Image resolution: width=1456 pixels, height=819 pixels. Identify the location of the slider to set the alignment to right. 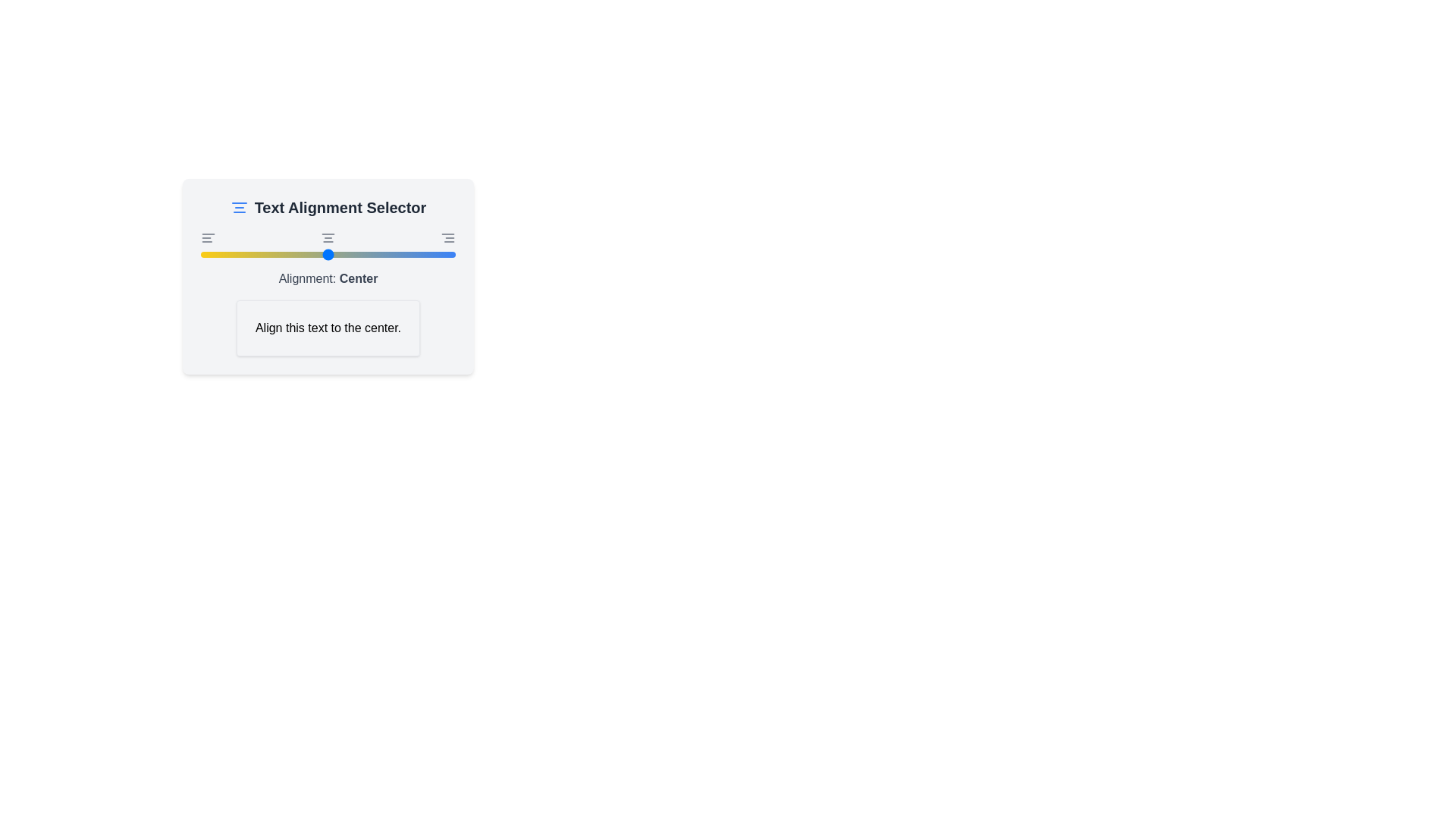
(454, 253).